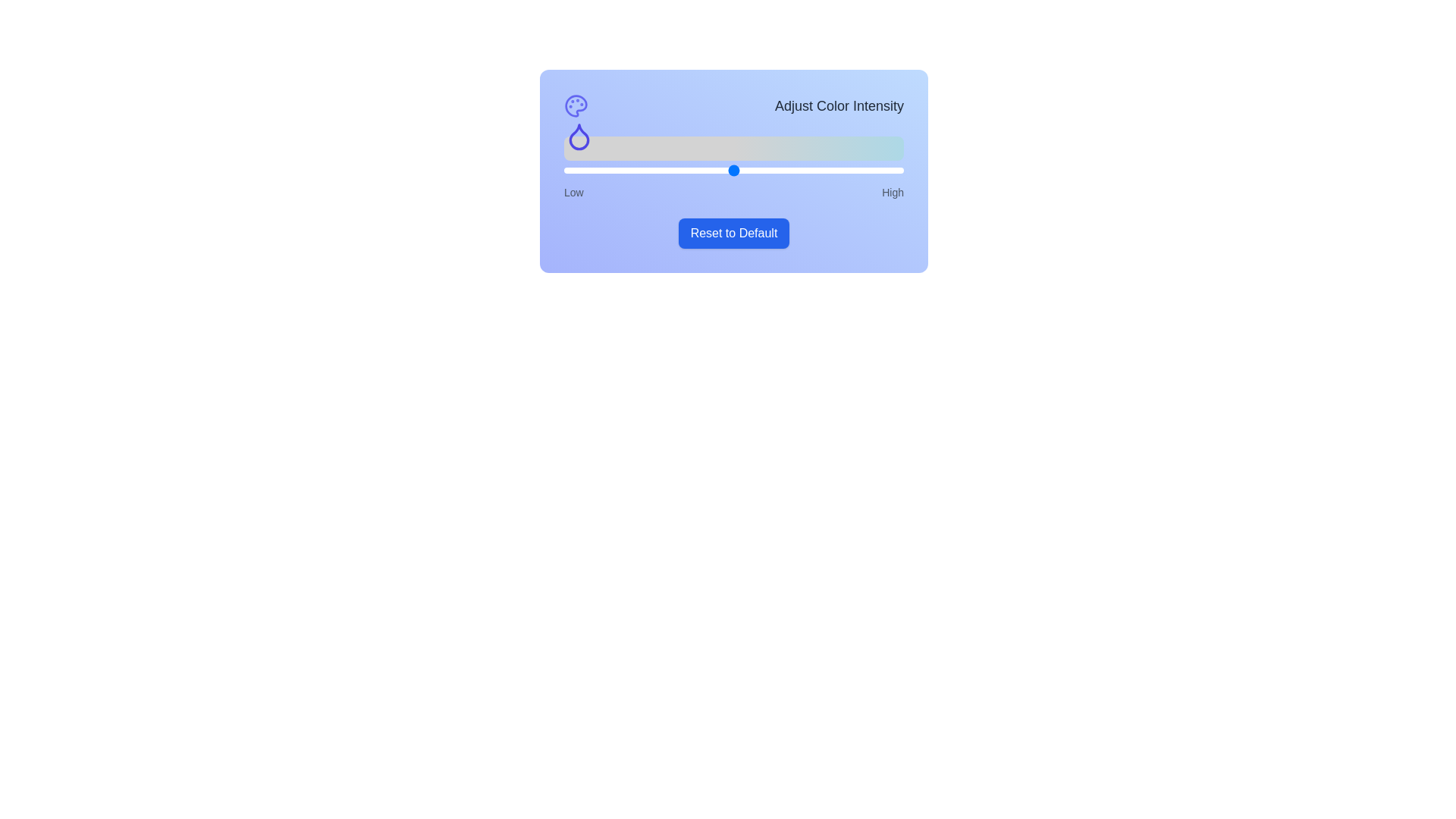 This screenshot has width=1456, height=819. Describe the element at coordinates (791, 170) in the screenshot. I see `the slider to set the color intensity to 67` at that location.